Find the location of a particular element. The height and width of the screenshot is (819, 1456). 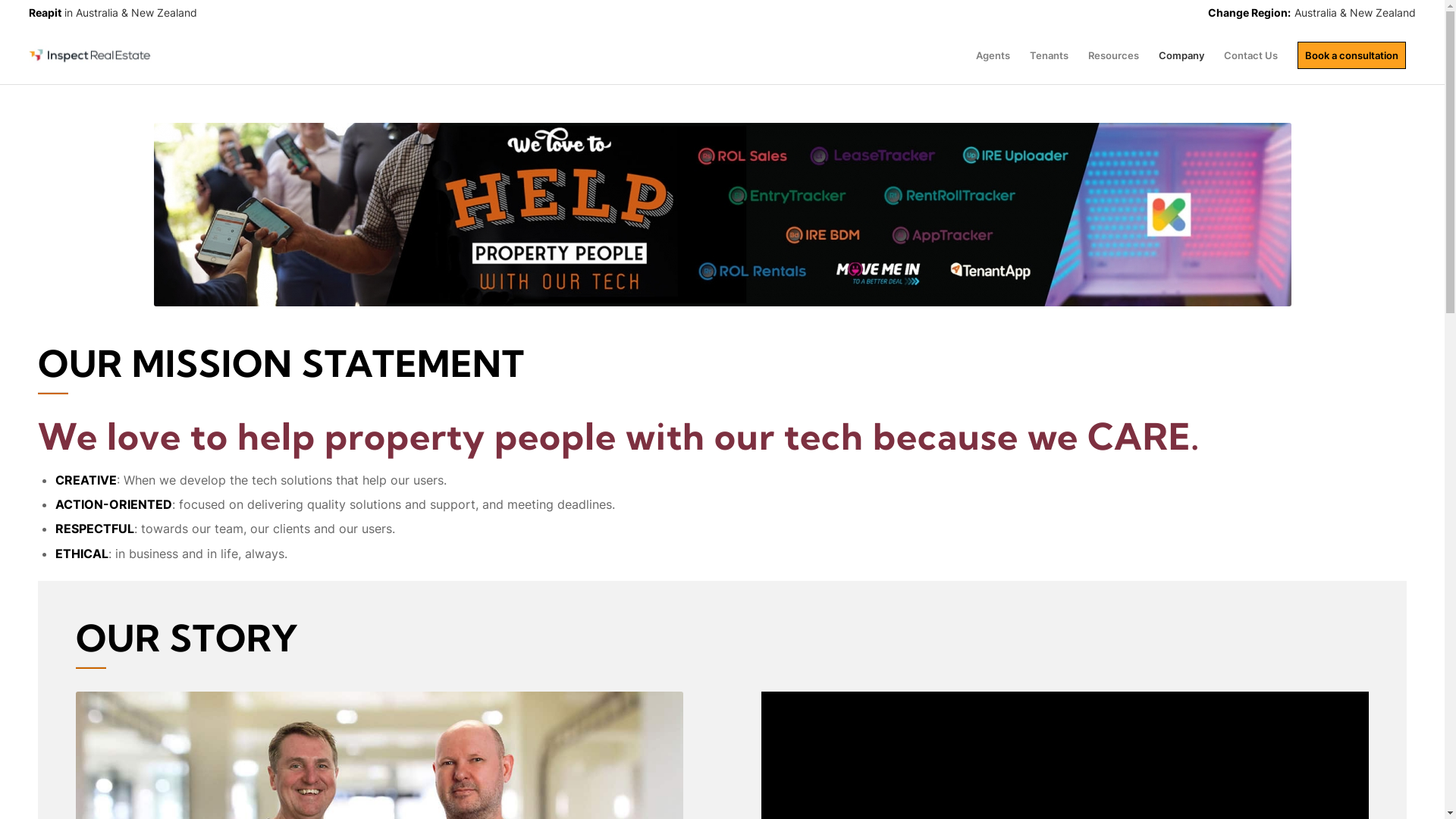

'Resources' is located at coordinates (1113, 55).